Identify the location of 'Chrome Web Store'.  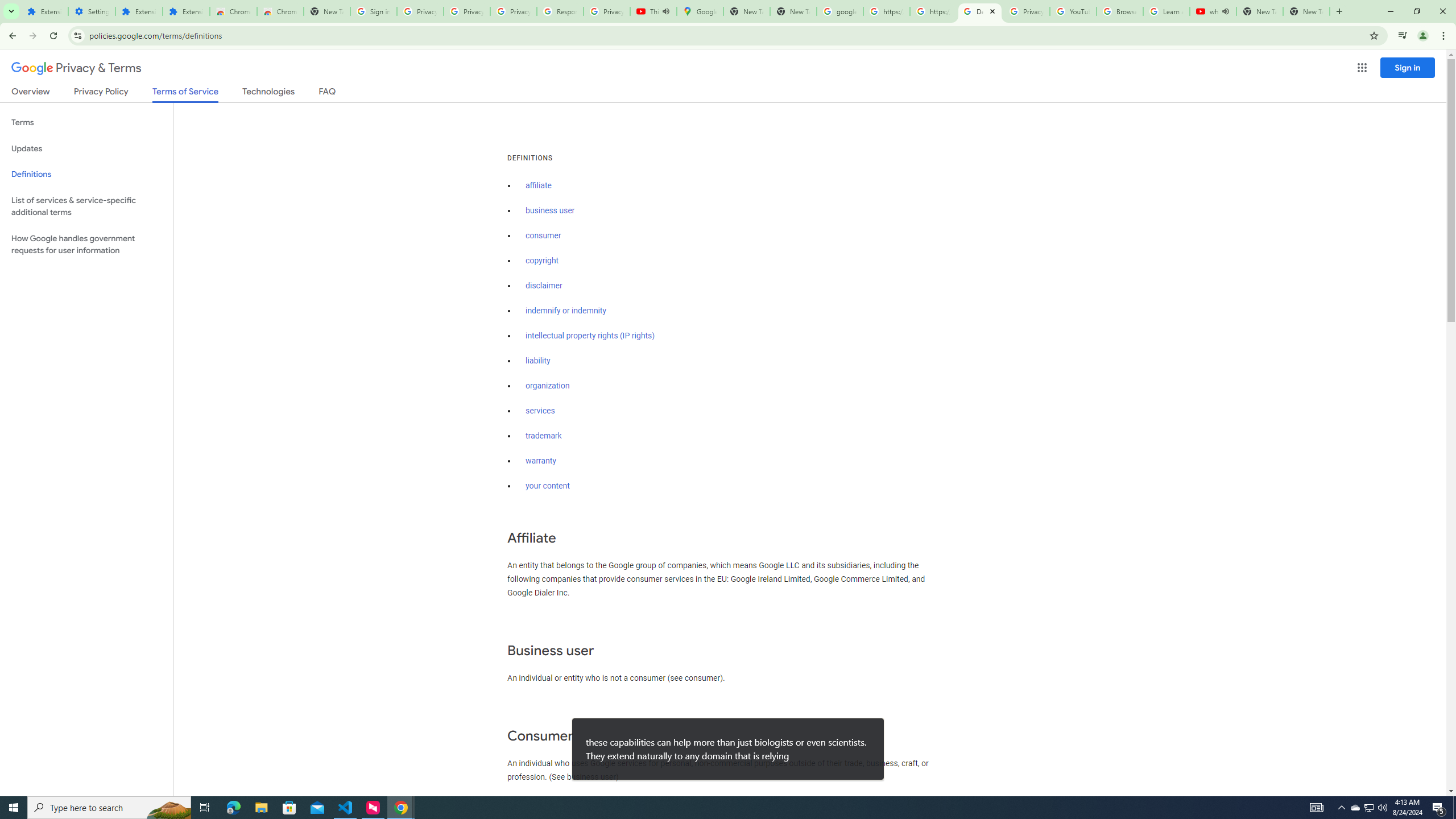
(233, 11).